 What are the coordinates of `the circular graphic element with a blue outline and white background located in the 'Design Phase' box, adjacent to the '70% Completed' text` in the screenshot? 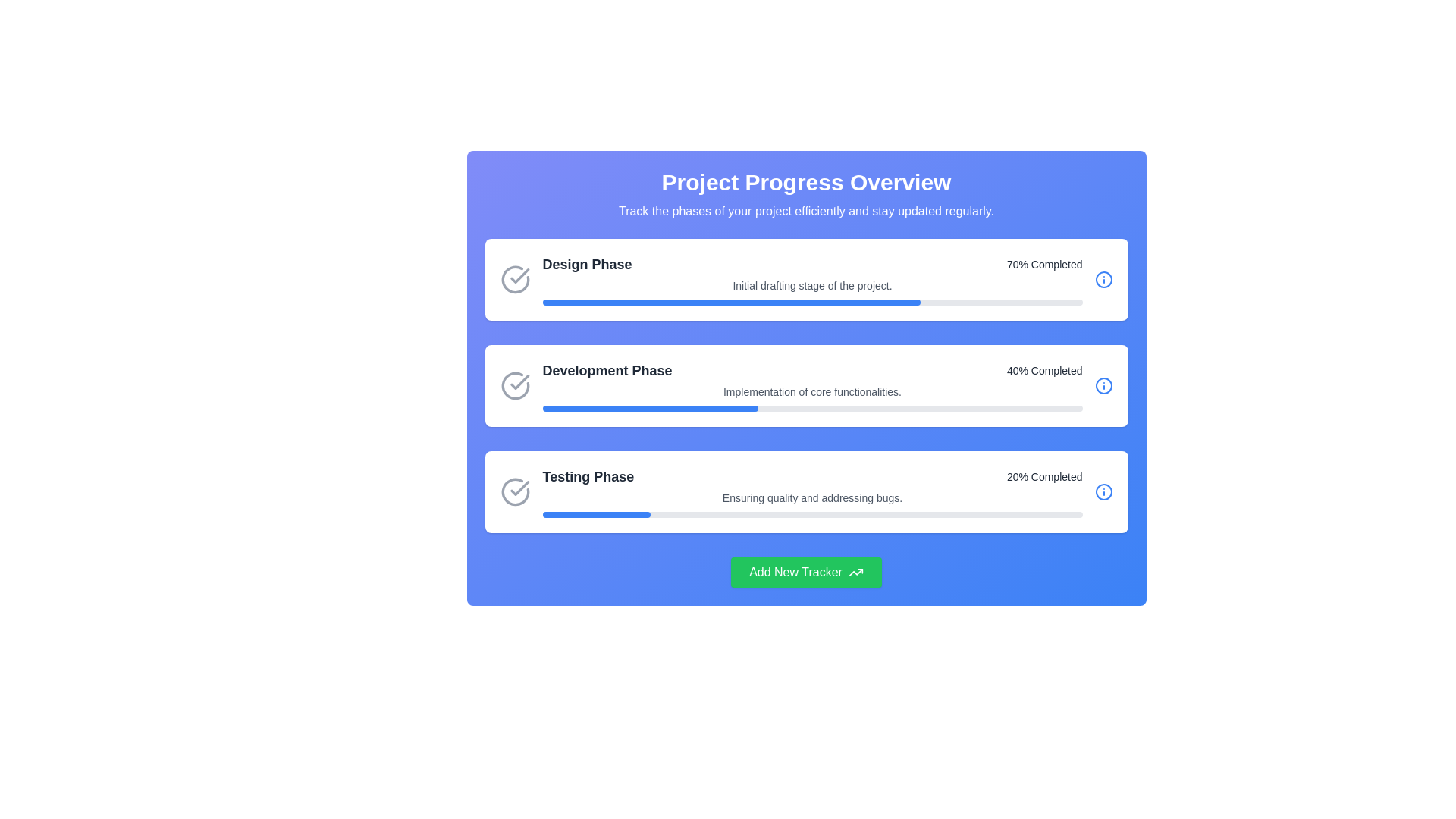 It's located at (1103, 280).